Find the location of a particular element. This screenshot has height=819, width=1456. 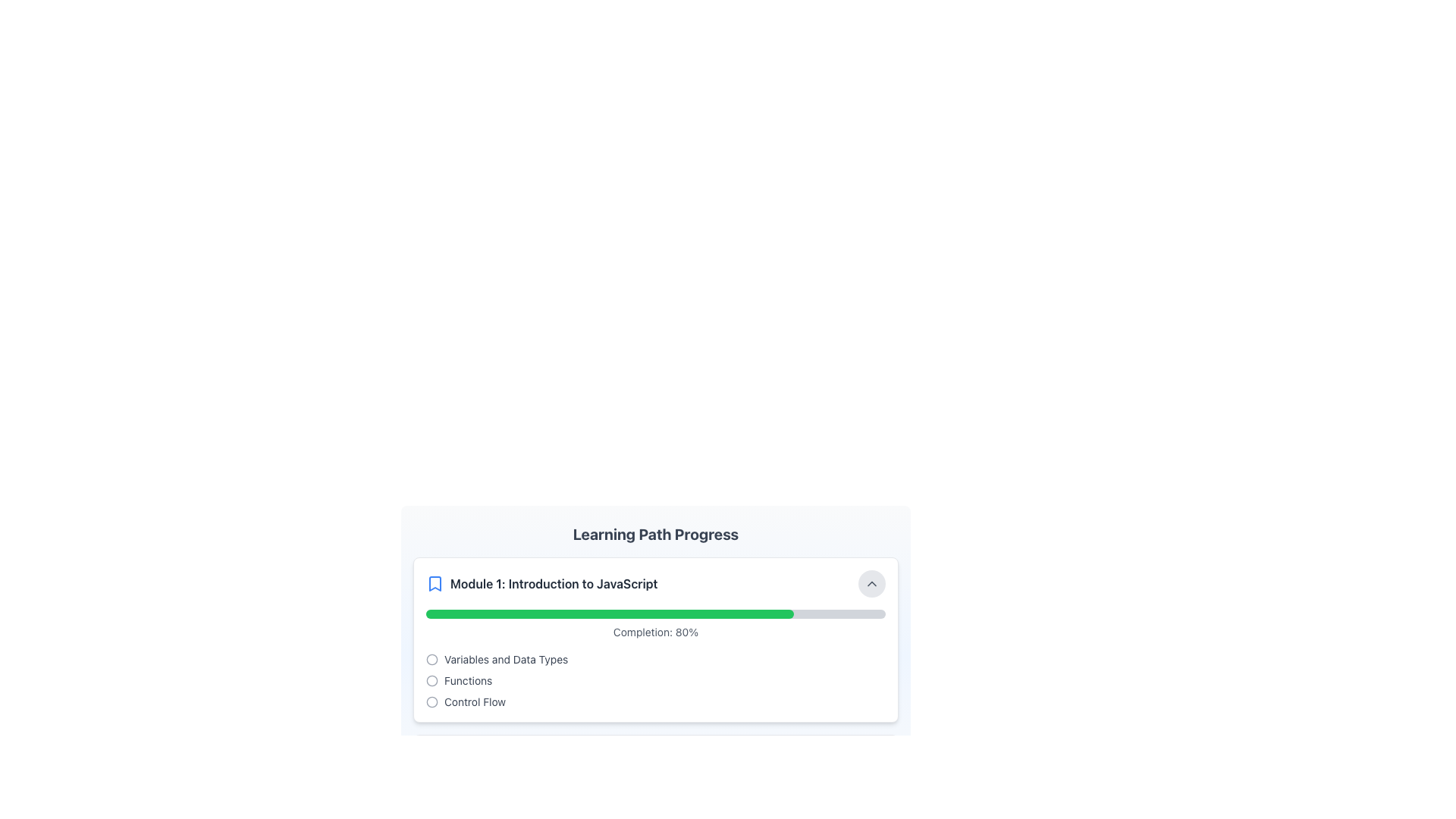

the 'Functions' text label, which is styled in a smaller font size and light gray color is located at coordinates (467, 680).